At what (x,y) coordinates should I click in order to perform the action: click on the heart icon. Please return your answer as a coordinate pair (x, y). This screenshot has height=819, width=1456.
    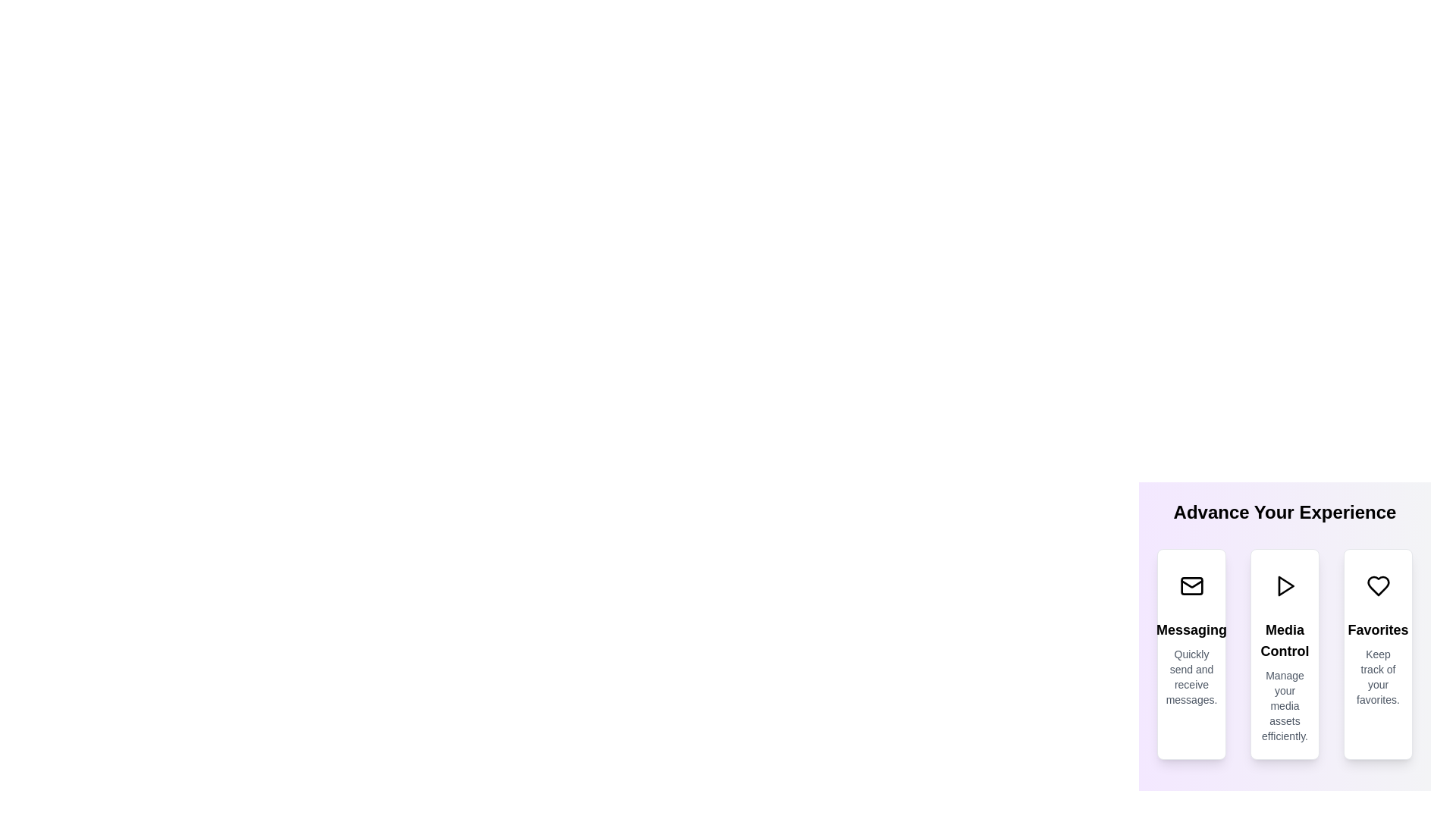
    Looking at the image, I should click on (1378, 585).